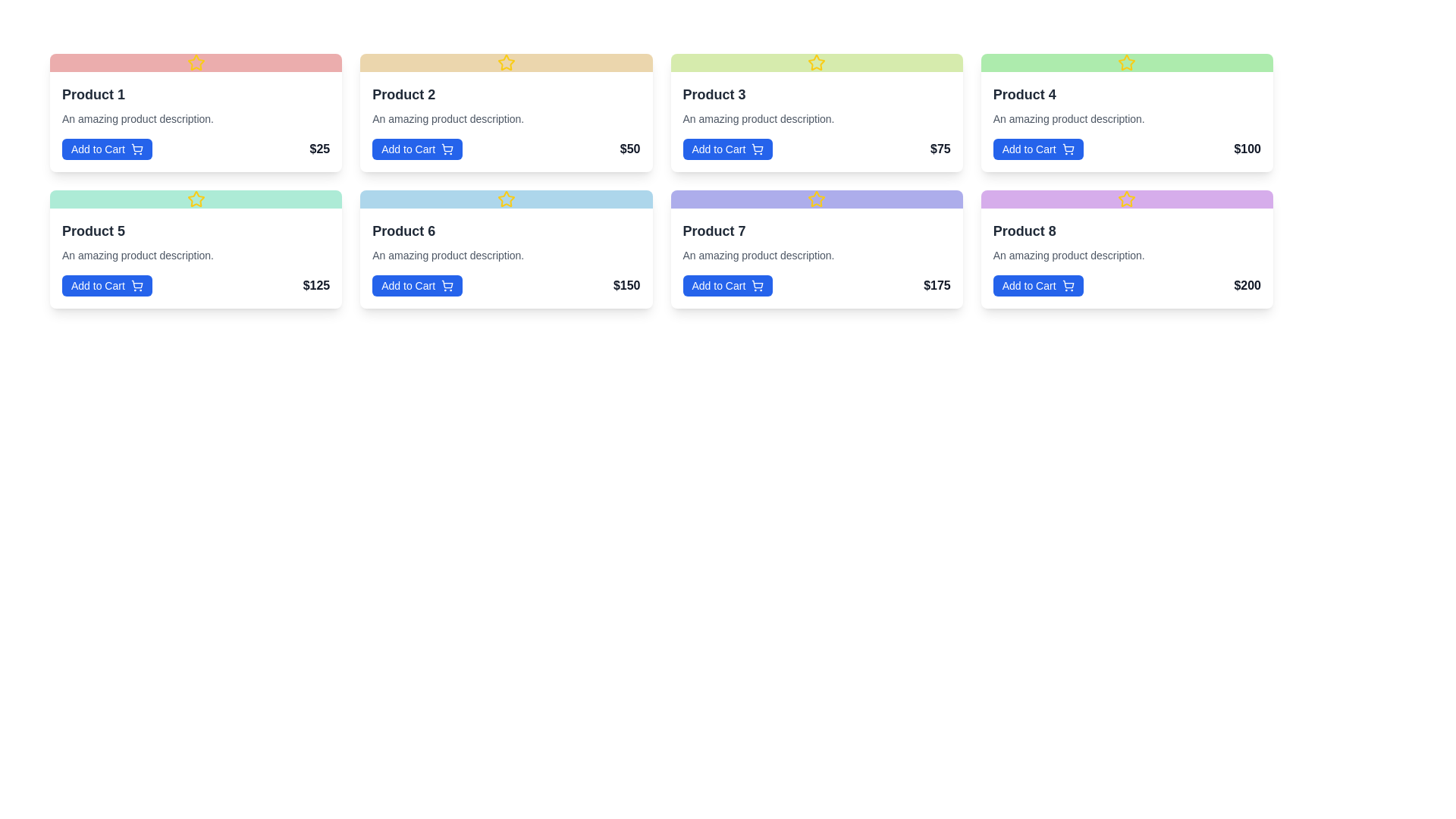 The image size is (1456, 819). I want to click on the decorative star icon with a yellow outline, located at the top center of the card labeled 'Product 5', so click(195, 198).